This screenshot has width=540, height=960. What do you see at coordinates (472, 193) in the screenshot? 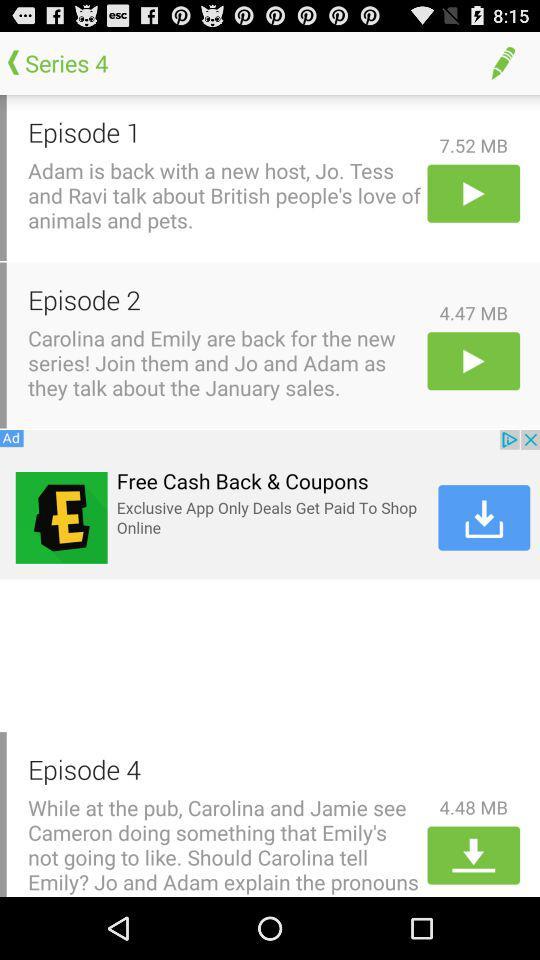
I see `episode one` at bounding box center [472, 193].